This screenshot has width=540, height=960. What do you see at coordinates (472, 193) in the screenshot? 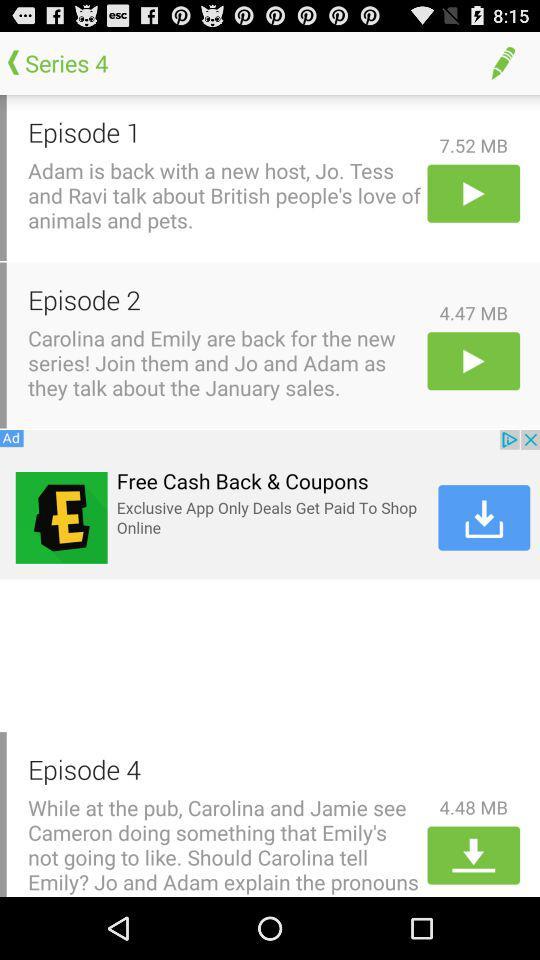
I see `episode one` at bounding box center [472, 193].